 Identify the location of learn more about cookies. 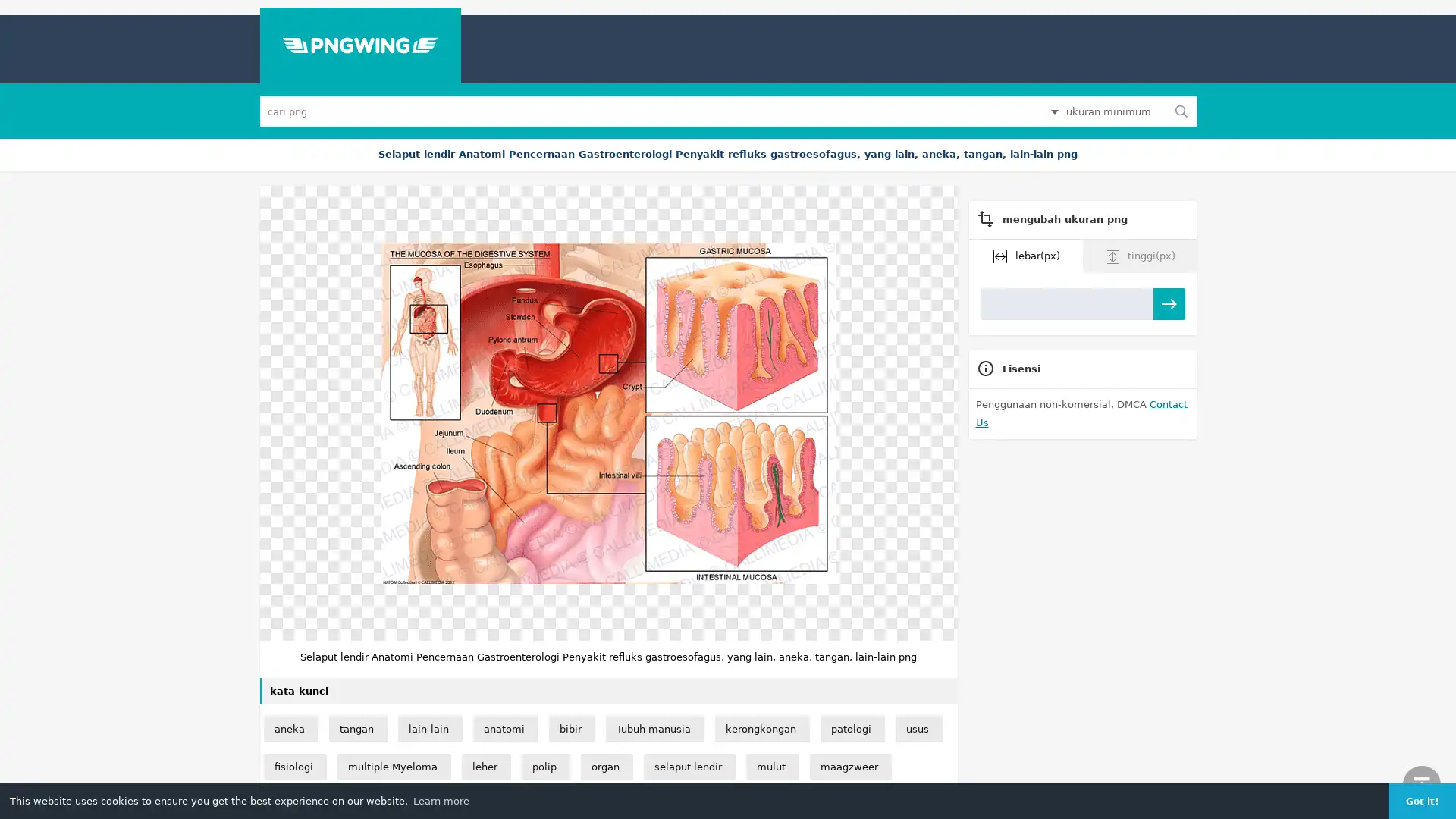
(440, 800).